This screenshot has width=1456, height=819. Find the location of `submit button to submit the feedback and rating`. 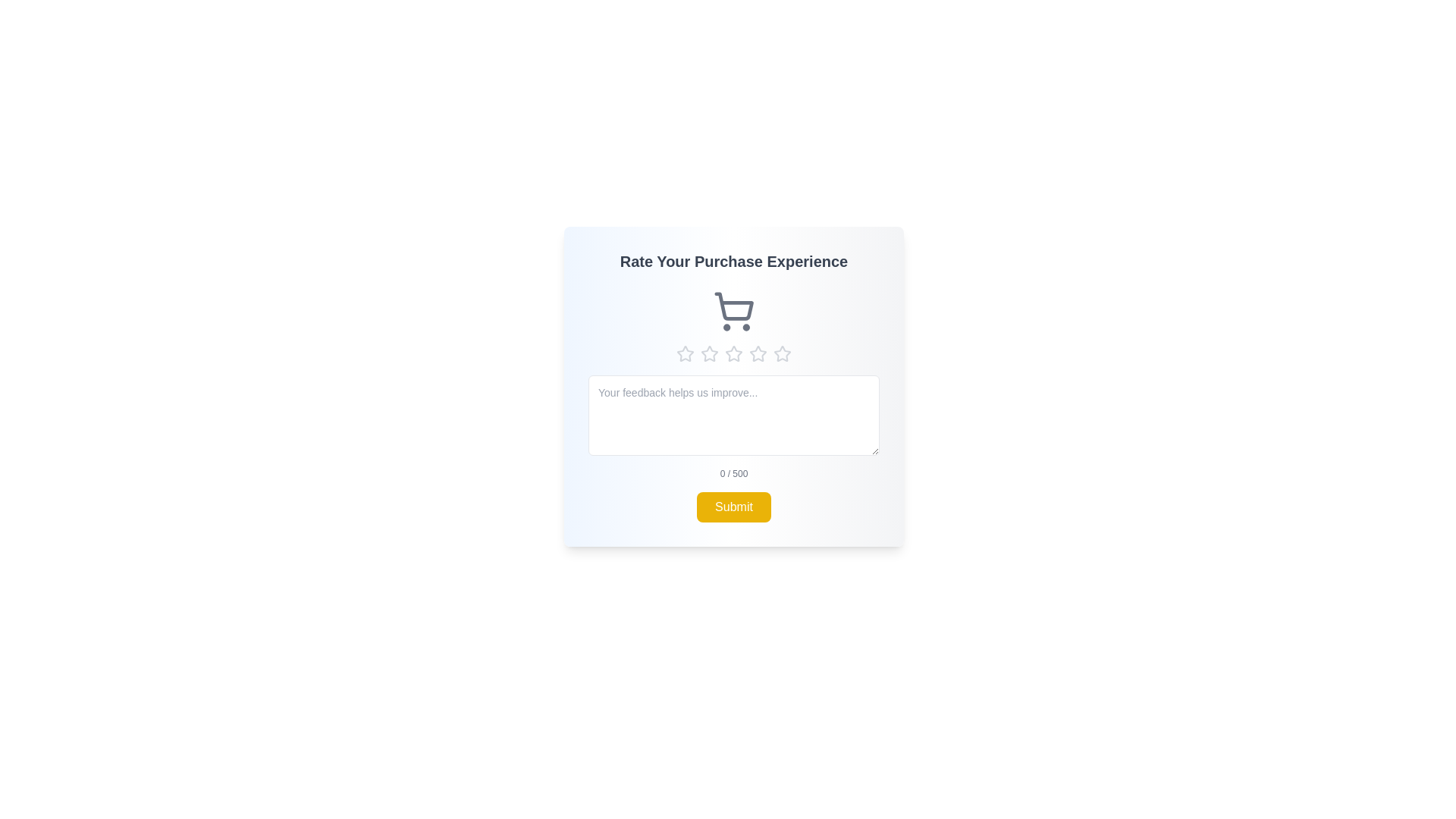

submit button to submit the feedback and rating is located at coordinates (734, 507).